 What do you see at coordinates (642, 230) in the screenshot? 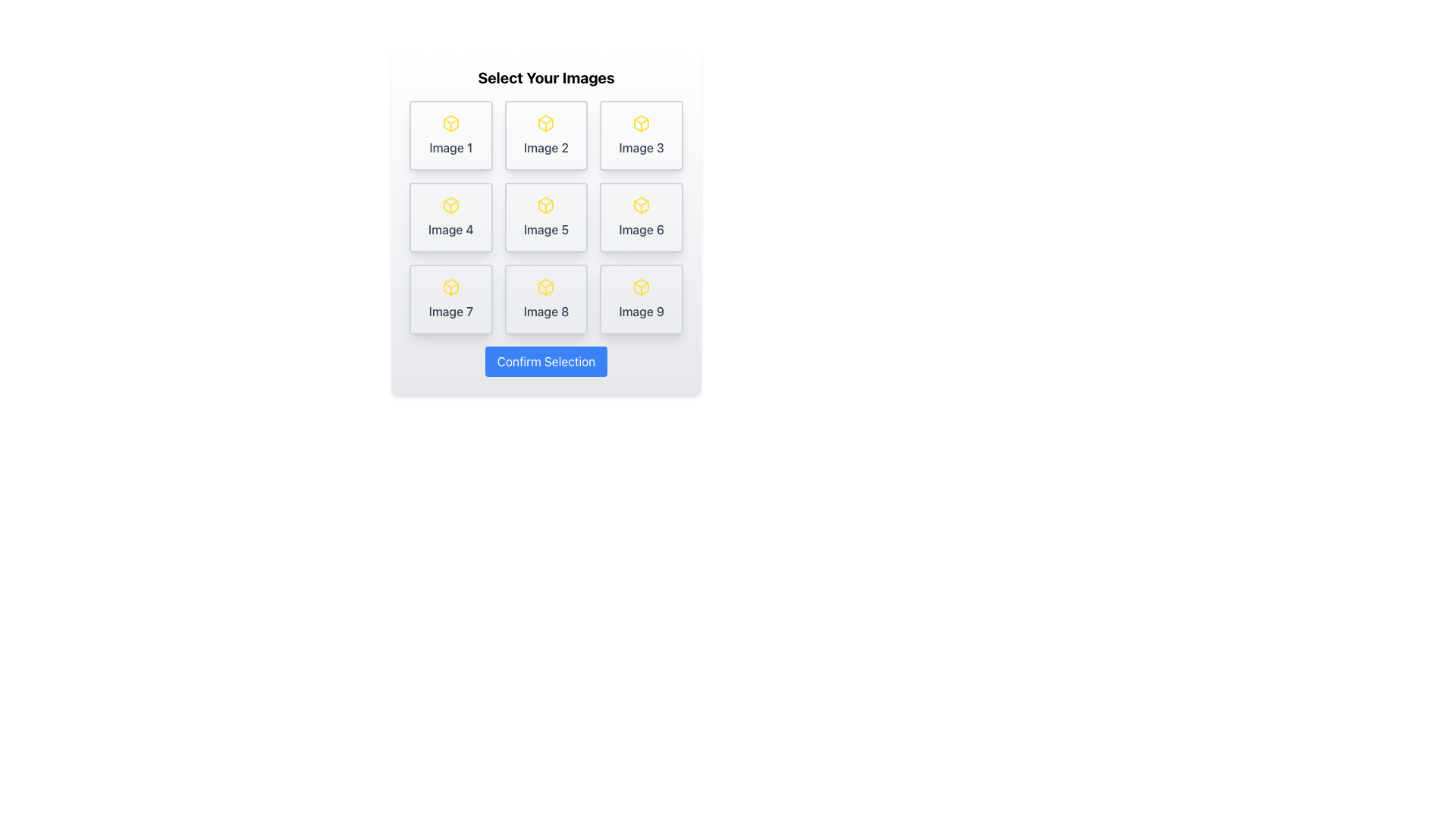
I see `the text label displaying 'Image 6' located at the center bottom of the card structure, which is the rightmost card in the second row` at bounding box center [642, 230].